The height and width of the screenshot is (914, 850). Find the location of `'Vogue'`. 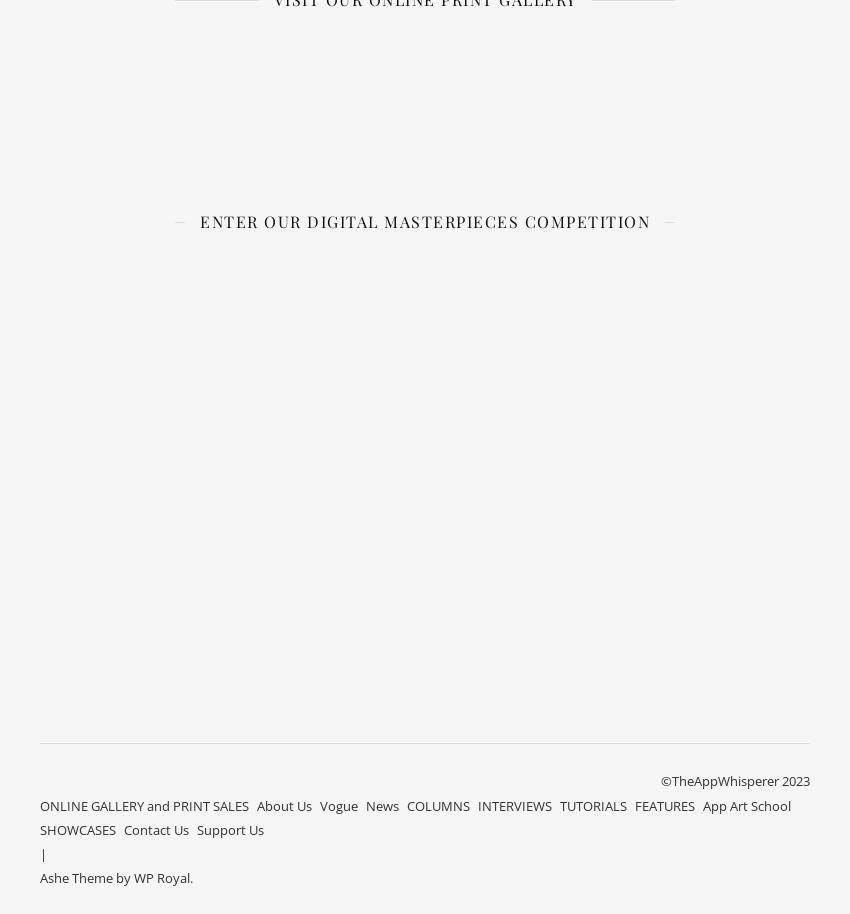

'Vogue' is located at coordinates (320, 803).